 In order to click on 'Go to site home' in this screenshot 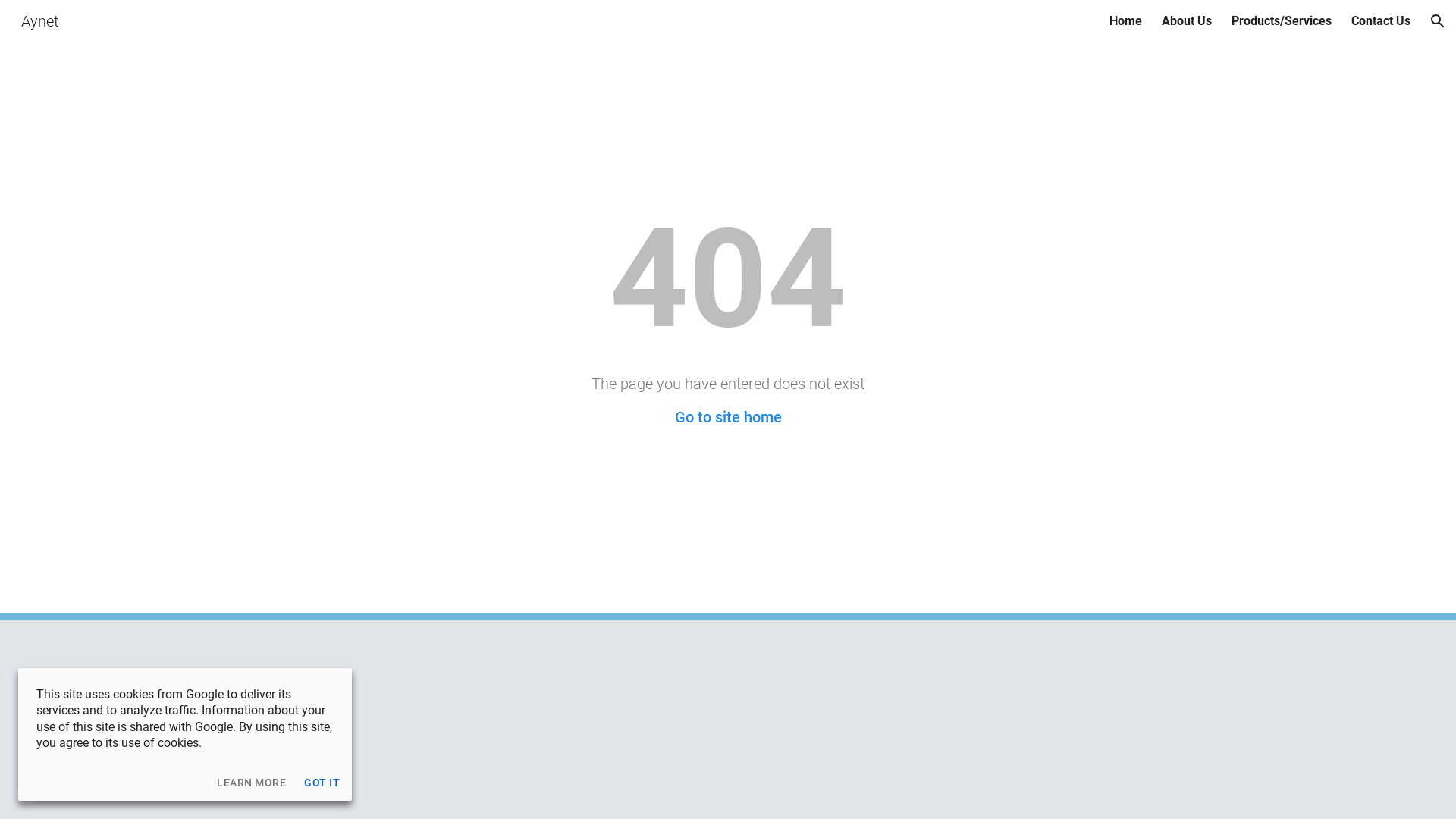, I will do `click(673, 417)`.